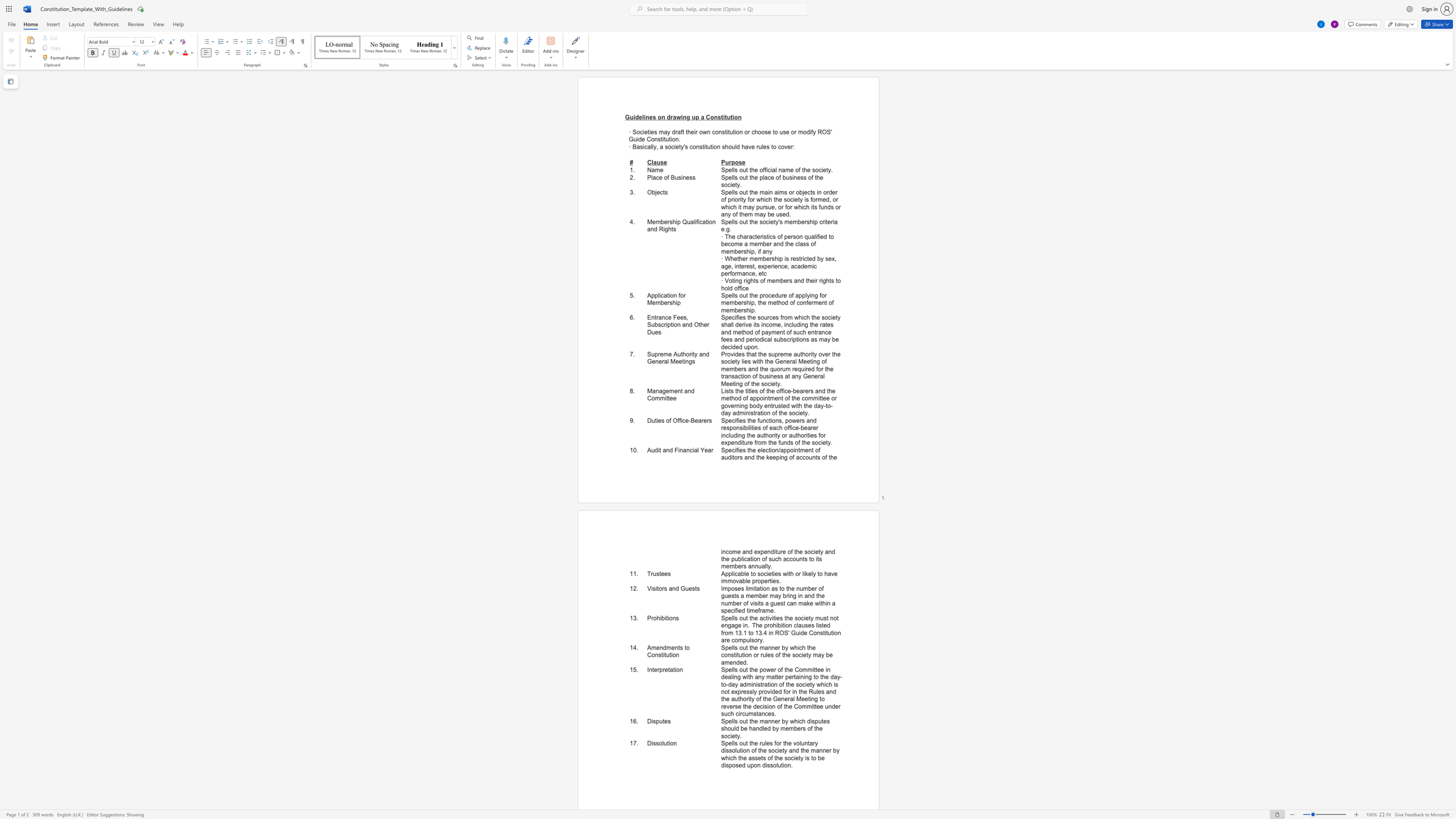 This screenshot has height=819, width=1456. What do you see at coordinates (662, 669) in the screenshot?
I see `the subset text "retat" within the text "Interpretation"` at bounding box center [662, 669].